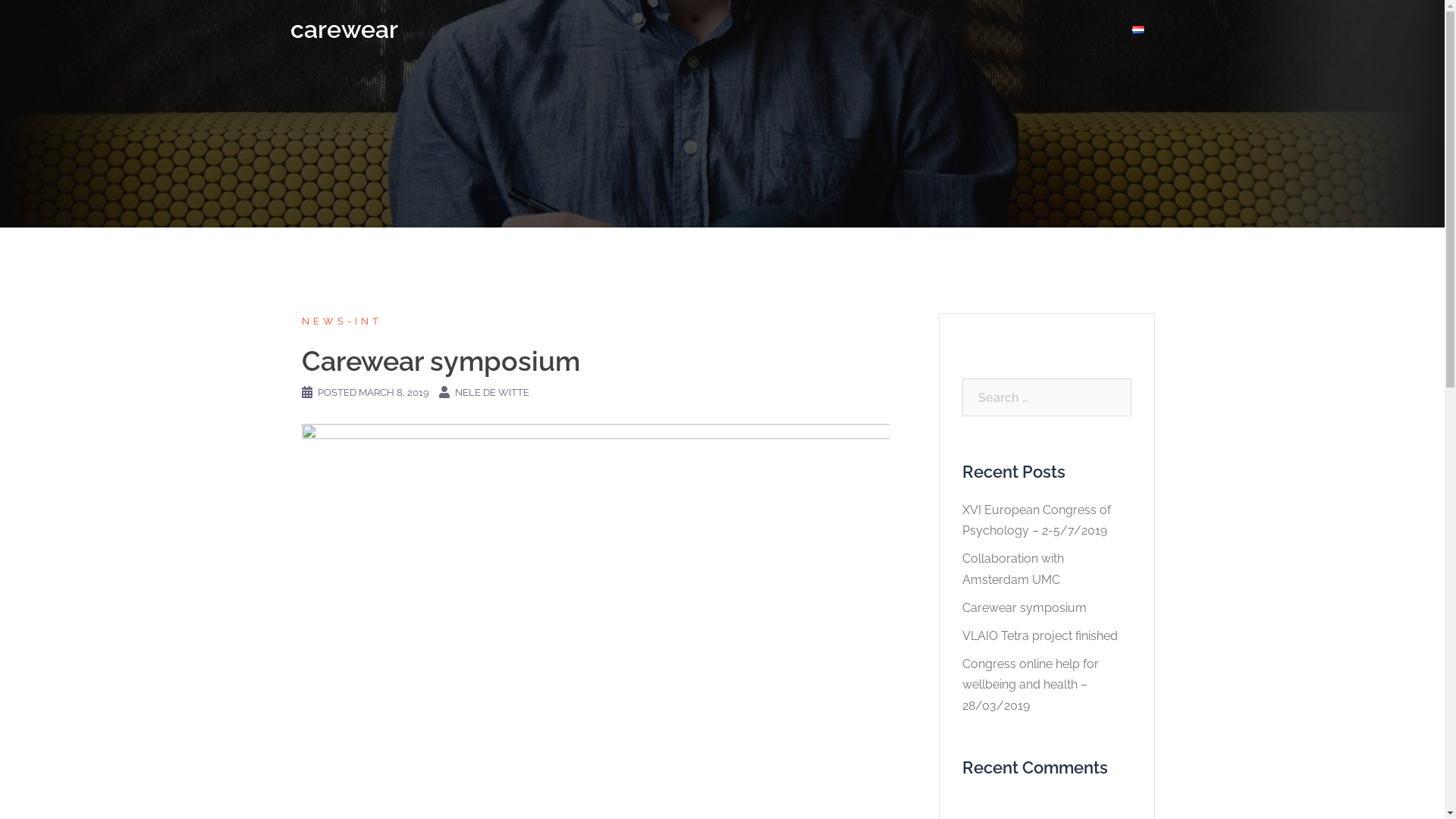 This screenshot has width=1456, height=819. What do you see at coordinates (393, 391) in the screenshot?
I see `'MARCH 8, 2019'` at bounding box center [393, 391].